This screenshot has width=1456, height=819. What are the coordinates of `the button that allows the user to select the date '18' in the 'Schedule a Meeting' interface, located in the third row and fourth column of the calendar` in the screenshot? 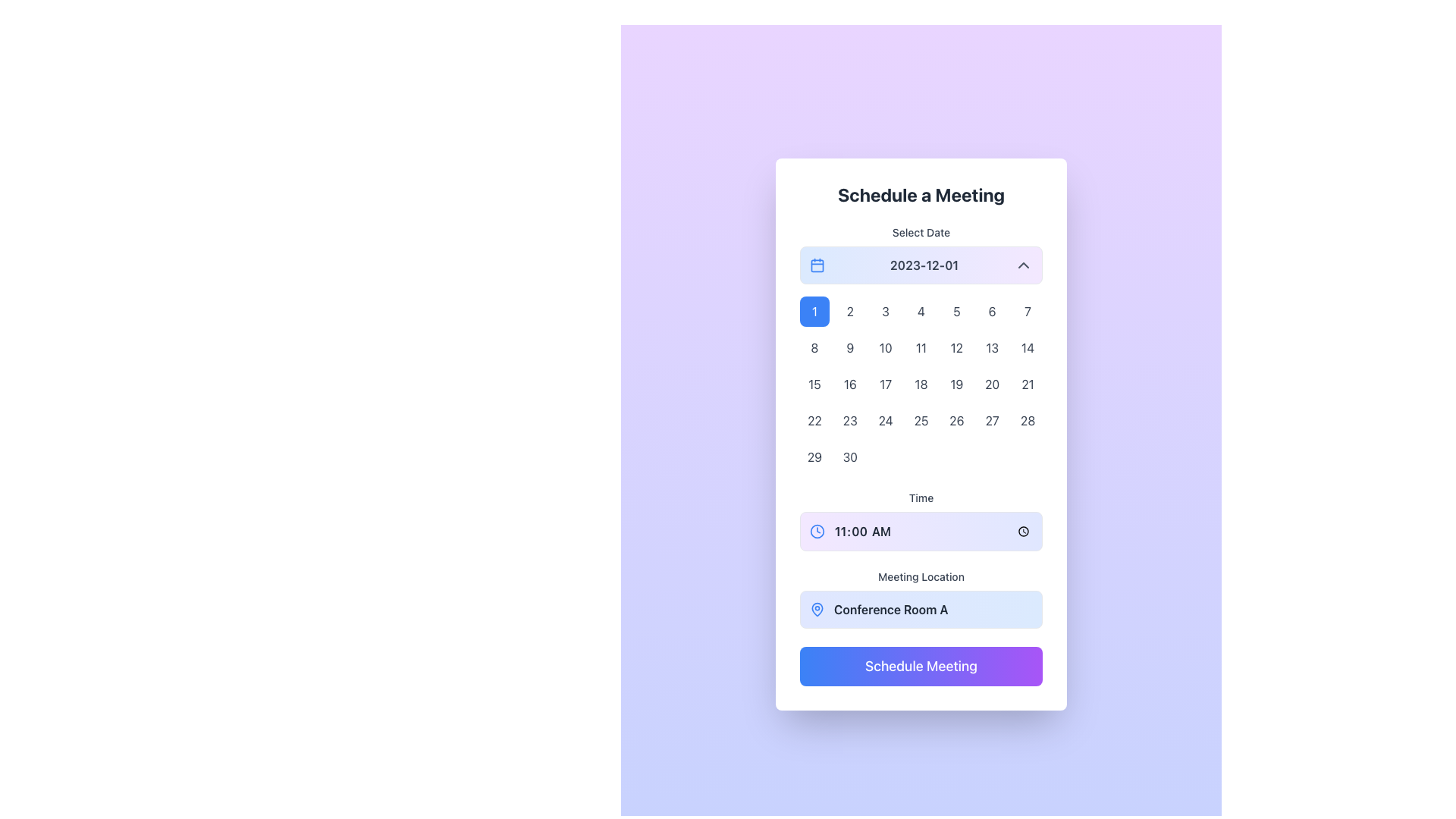 It's located at (920, 383).